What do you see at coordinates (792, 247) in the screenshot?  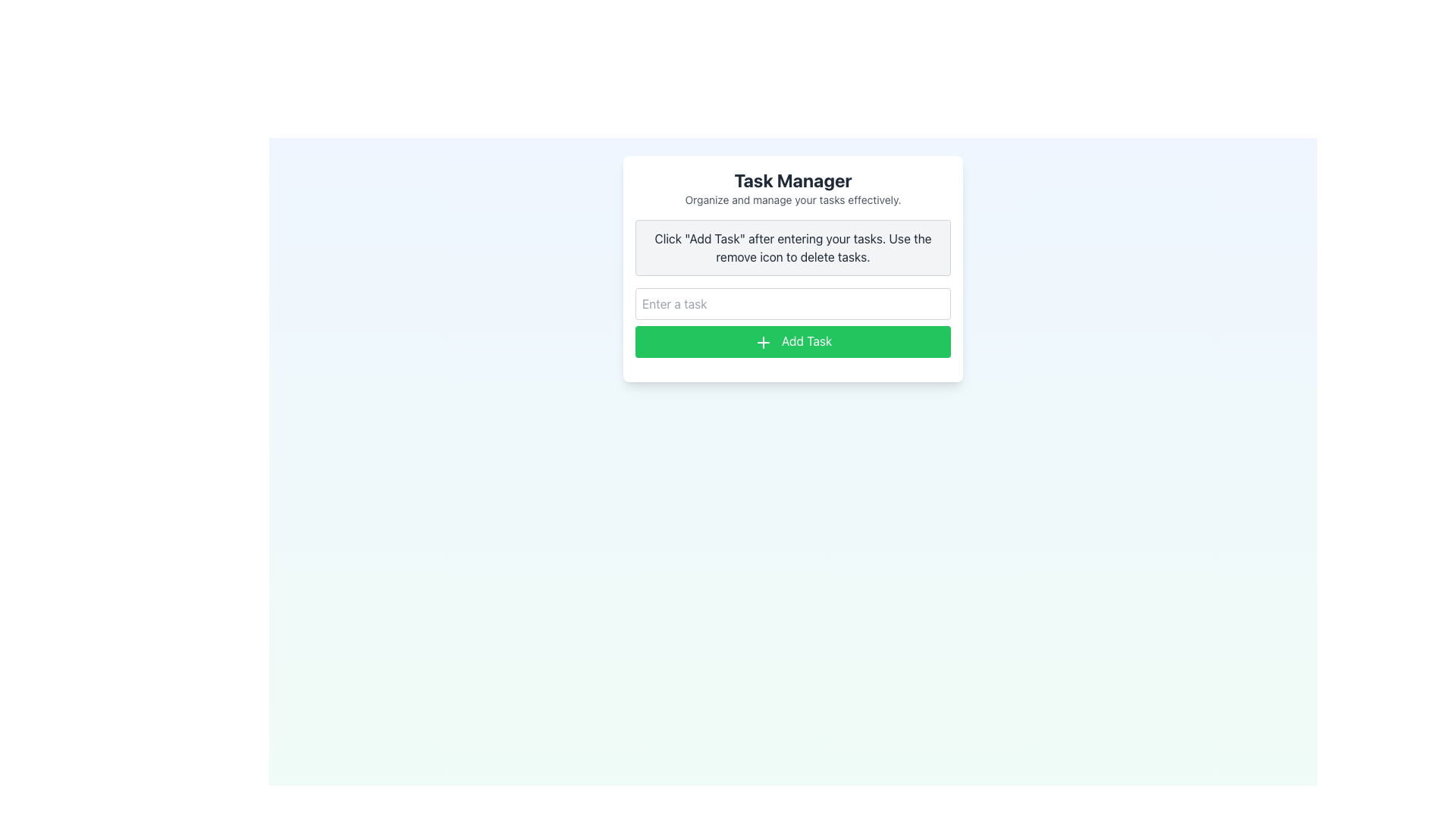 I see `the static text block that serves as an instructional guide for the user, located below the title 'Task Manager'` at bounding box center [792, 247].